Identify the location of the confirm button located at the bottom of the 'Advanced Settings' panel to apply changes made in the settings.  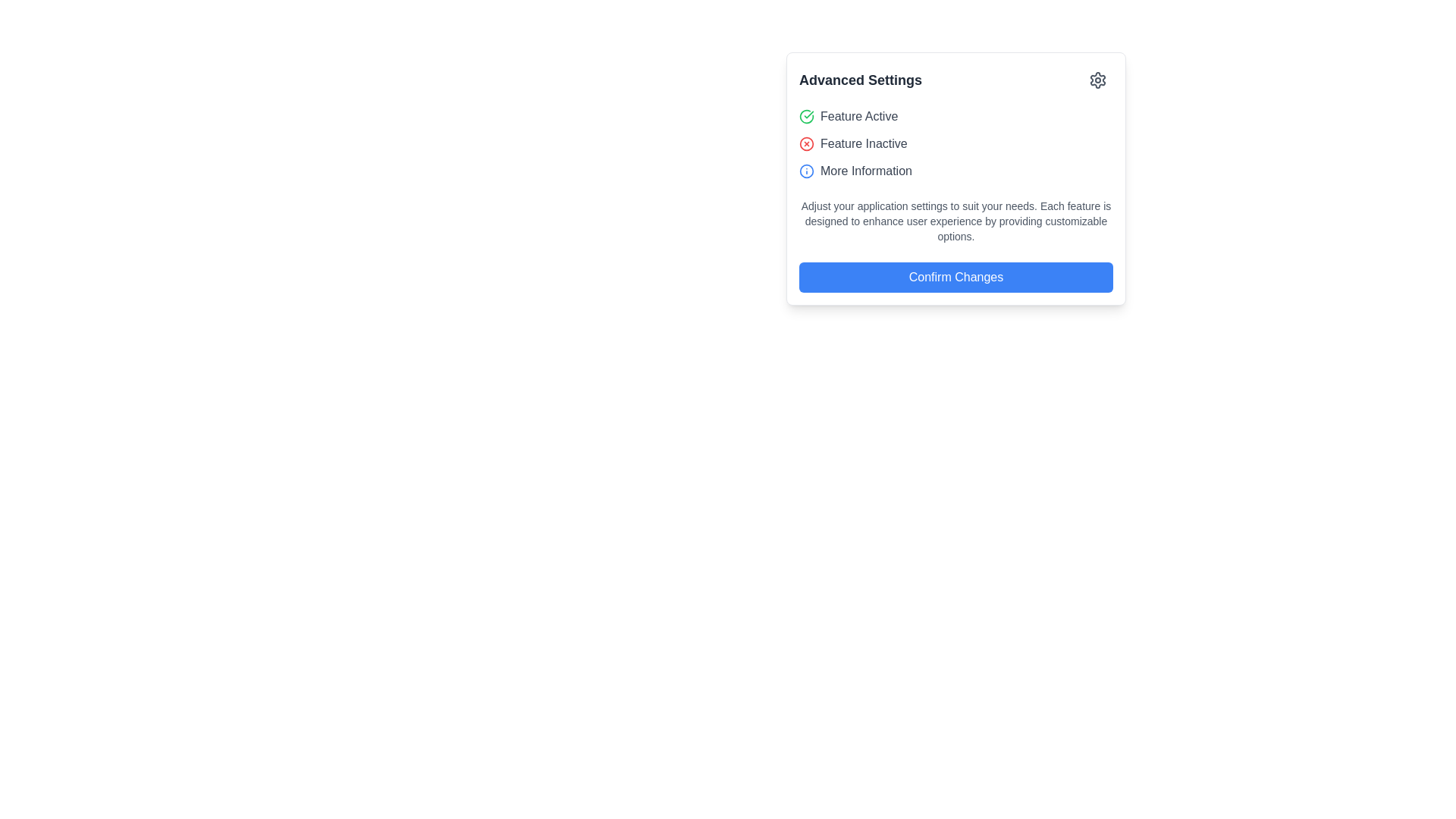
(955, 278).